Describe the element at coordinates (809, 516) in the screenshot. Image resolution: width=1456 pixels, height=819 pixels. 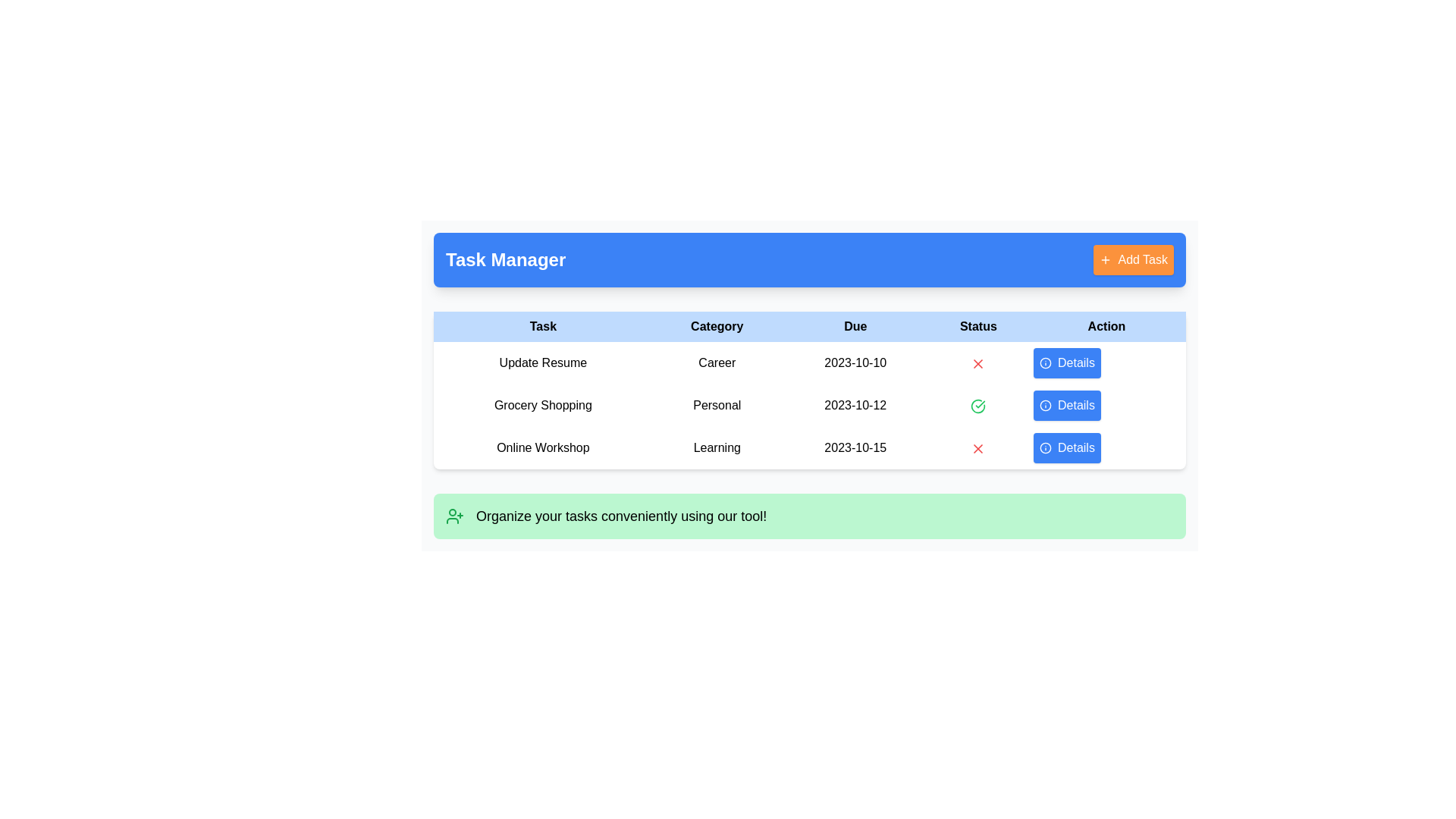
I see `the informational banner that provides guidance or encouragement to users about the task organizer, located below the 'Online Workshop Learning Details' row` at that location.